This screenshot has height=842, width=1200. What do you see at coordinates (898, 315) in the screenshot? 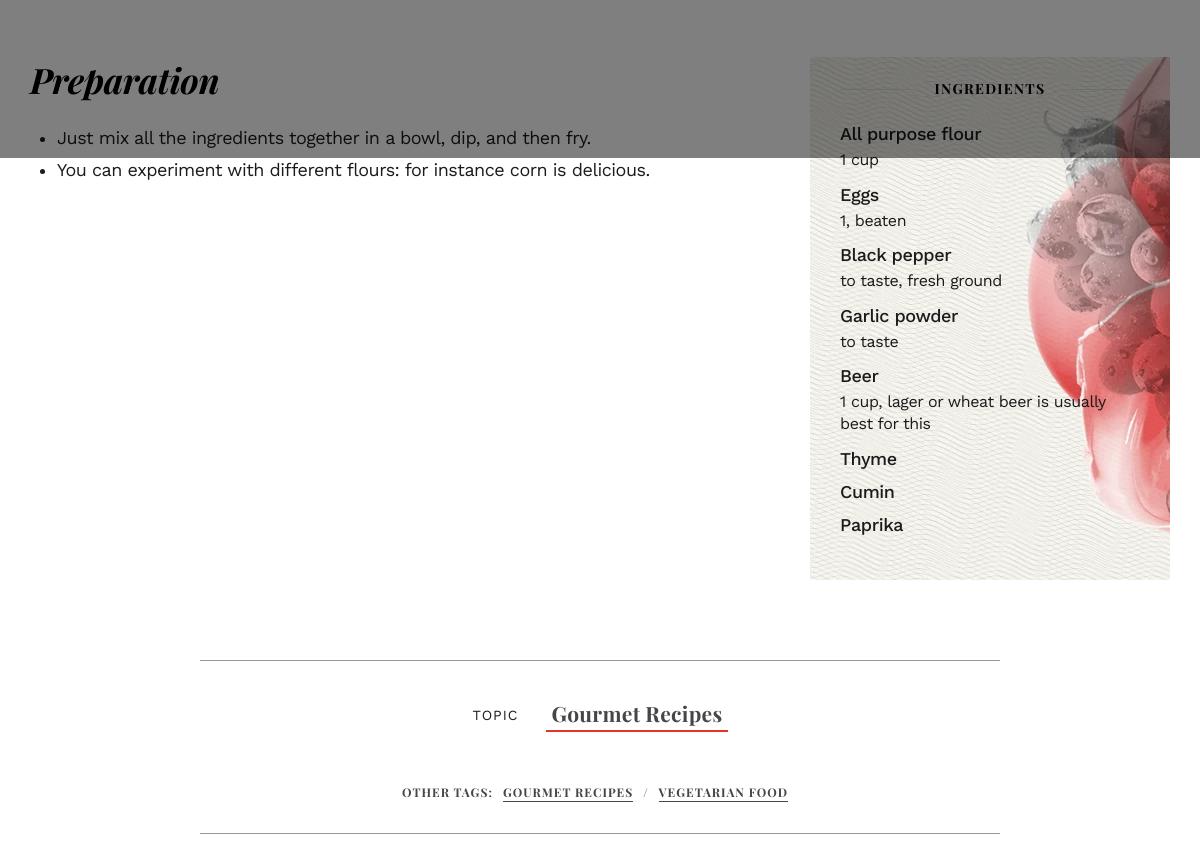
I see `'Garlic powder'` at bounding box center [898, 315].